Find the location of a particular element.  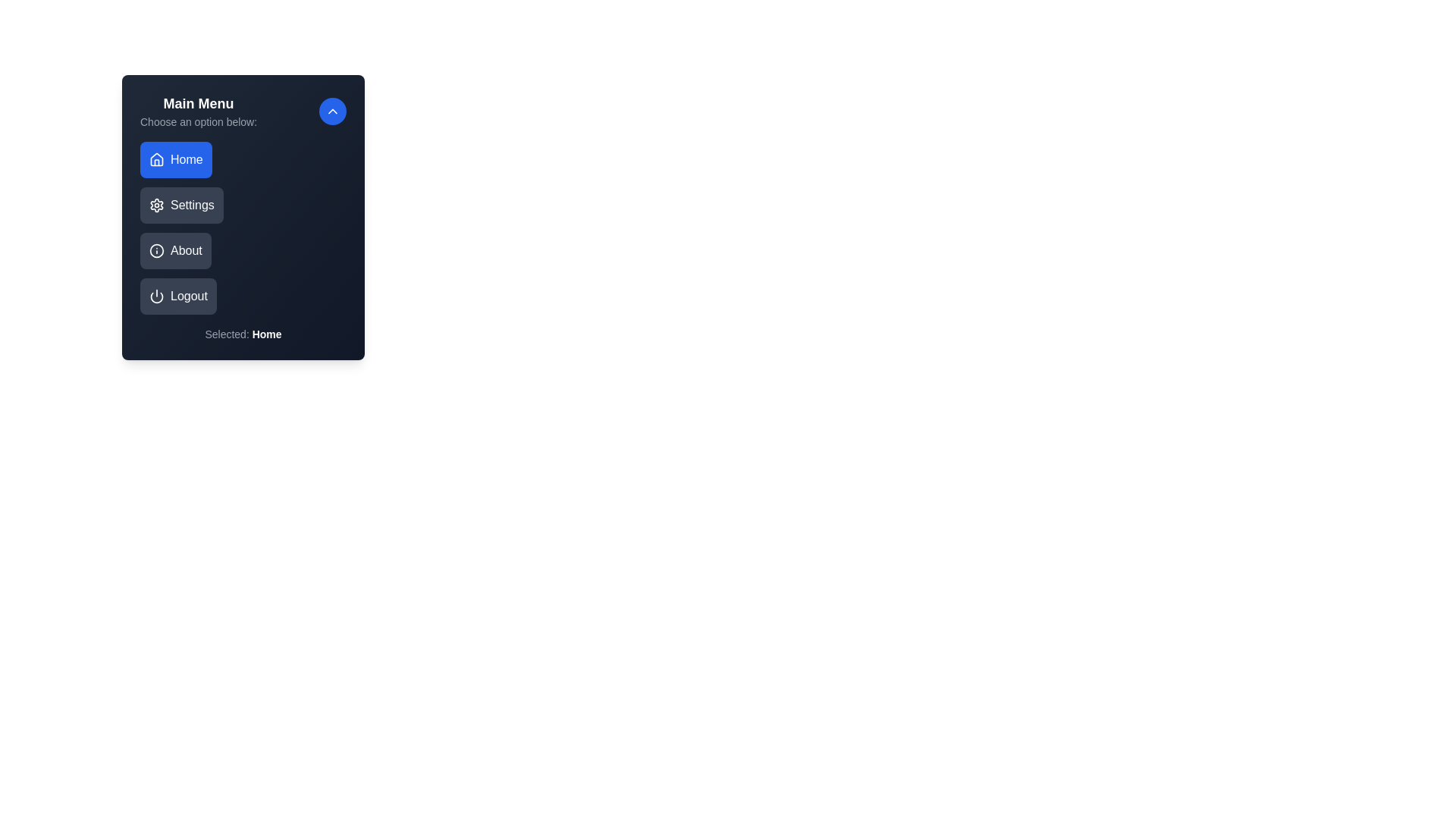

the information icon located within the 'About' button in the navigation menu, positioned to the left of the text label is located at coordinates (156, 250).